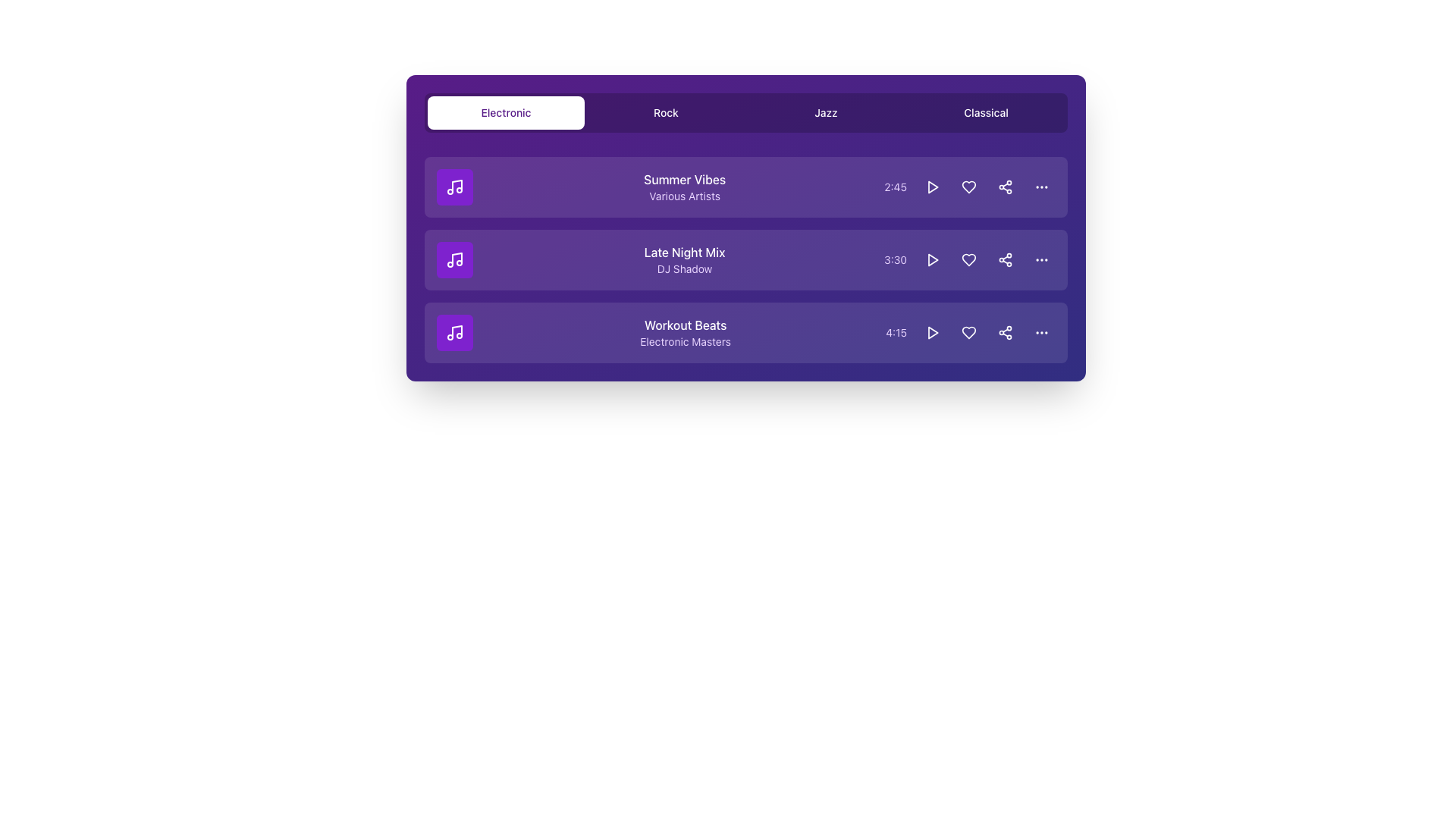 The image size is (1456, 819). Describe the element at coordinates (685, 342) in the screenshot. I see `displayed text of the artist or contributor for the track titled 'Workout Beats', located directly below the song title in the bottom-left quadrant of the list view` at that location.